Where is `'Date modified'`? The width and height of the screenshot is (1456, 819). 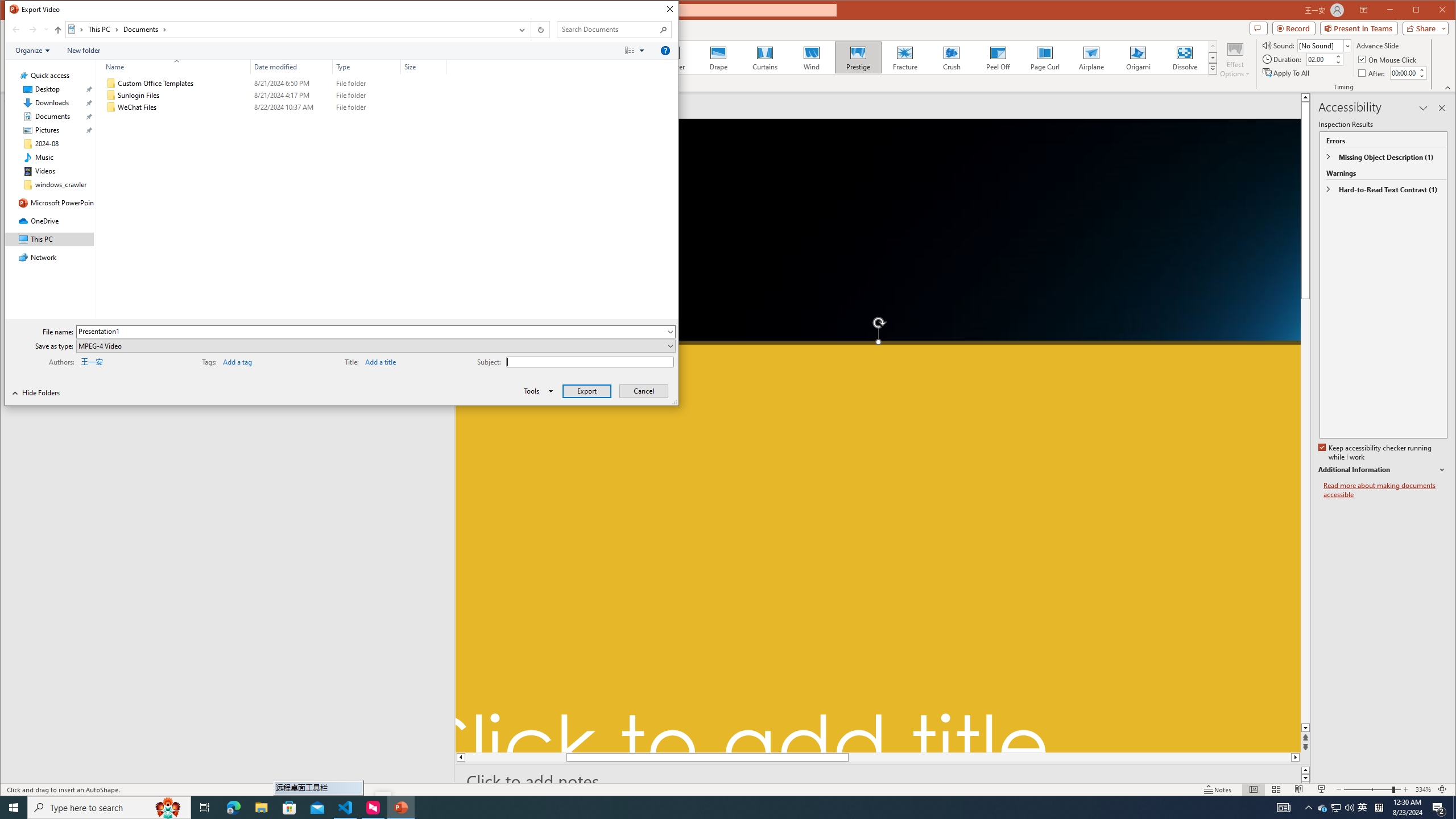
'Date modified' is located at coordinates (292, 66).